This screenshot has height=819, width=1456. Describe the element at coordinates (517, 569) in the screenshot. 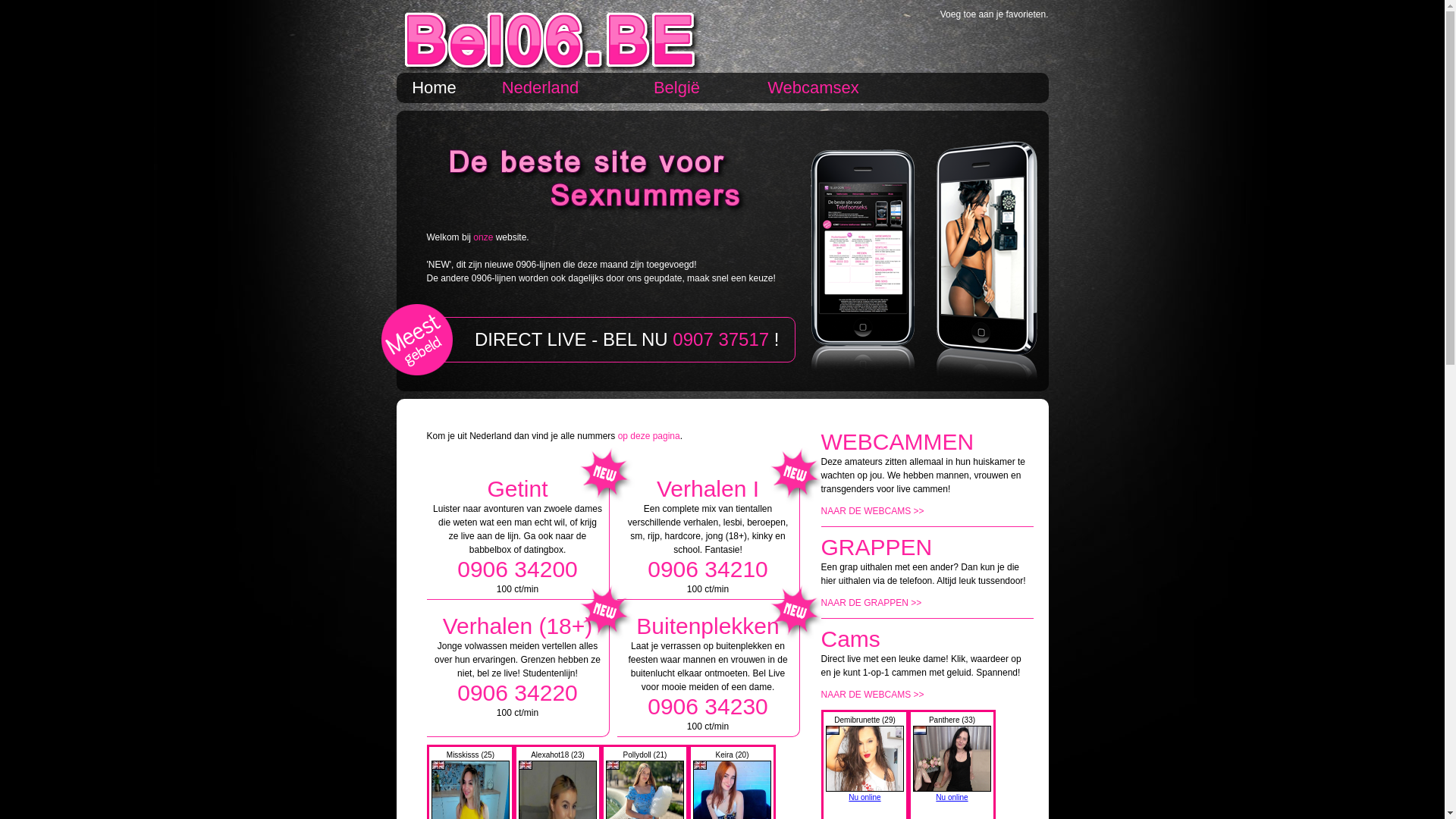

I see `'0906 34200'` at that location.